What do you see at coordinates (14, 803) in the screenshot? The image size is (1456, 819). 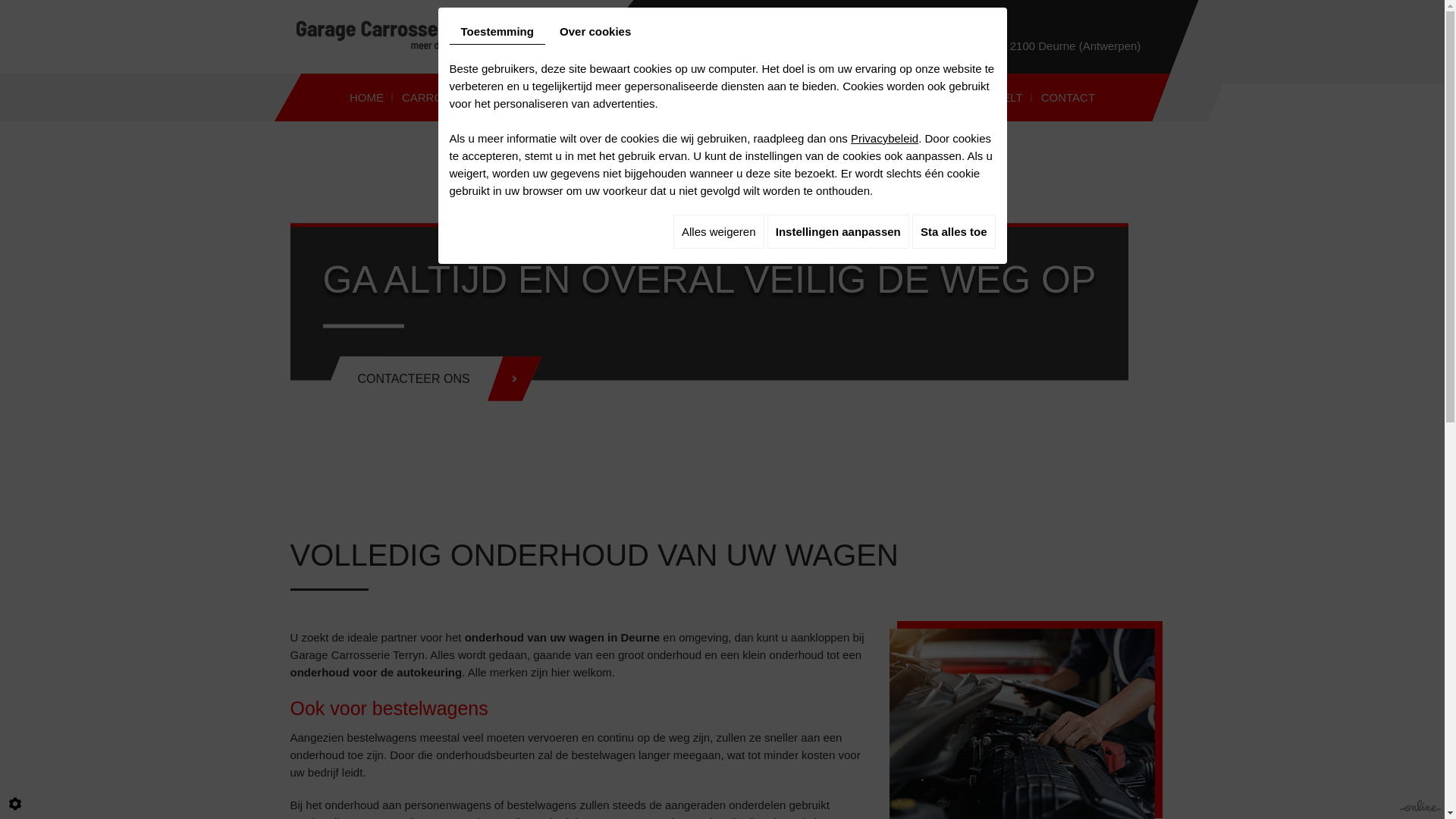 I see `'Cookie-instelling bewerken'` at bounding box center [14, 803].